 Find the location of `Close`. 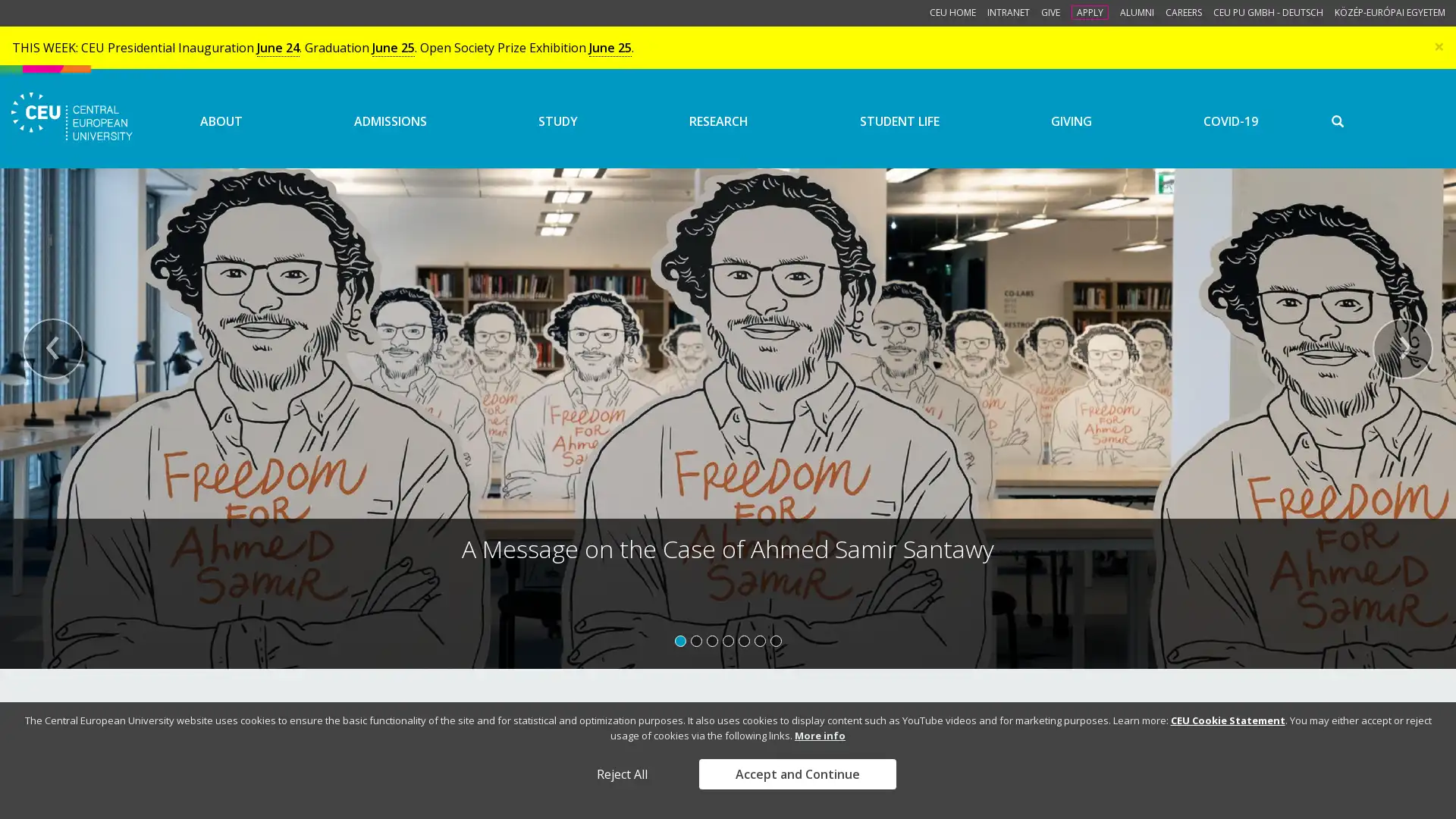

Close is located at coordinates (1438, 45).